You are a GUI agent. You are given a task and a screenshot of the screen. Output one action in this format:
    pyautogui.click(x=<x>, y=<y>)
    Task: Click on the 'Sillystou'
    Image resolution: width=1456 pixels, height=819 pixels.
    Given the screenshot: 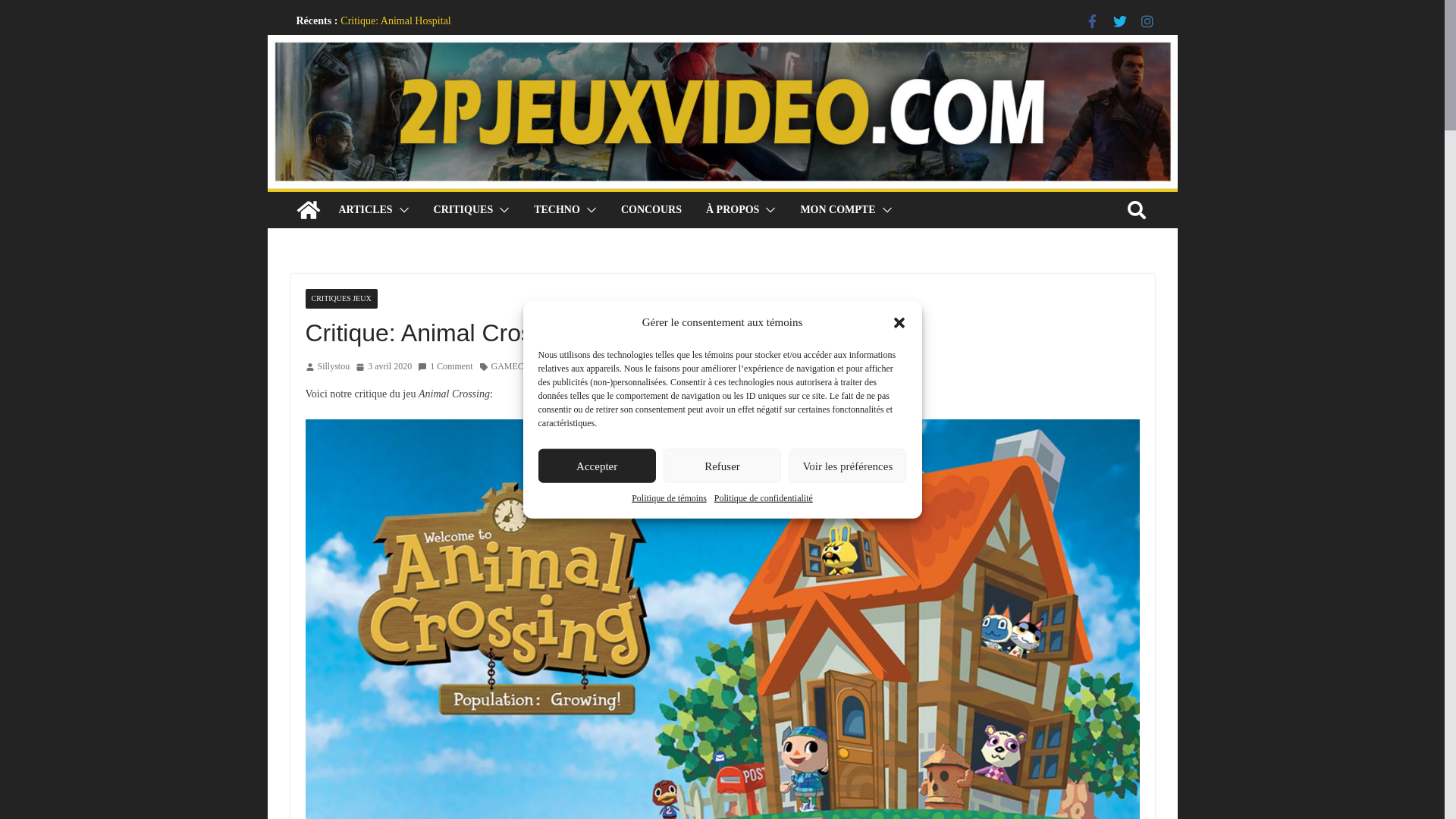 What is the action you would take?
    pyautogui.click(x=332, y=366)
    